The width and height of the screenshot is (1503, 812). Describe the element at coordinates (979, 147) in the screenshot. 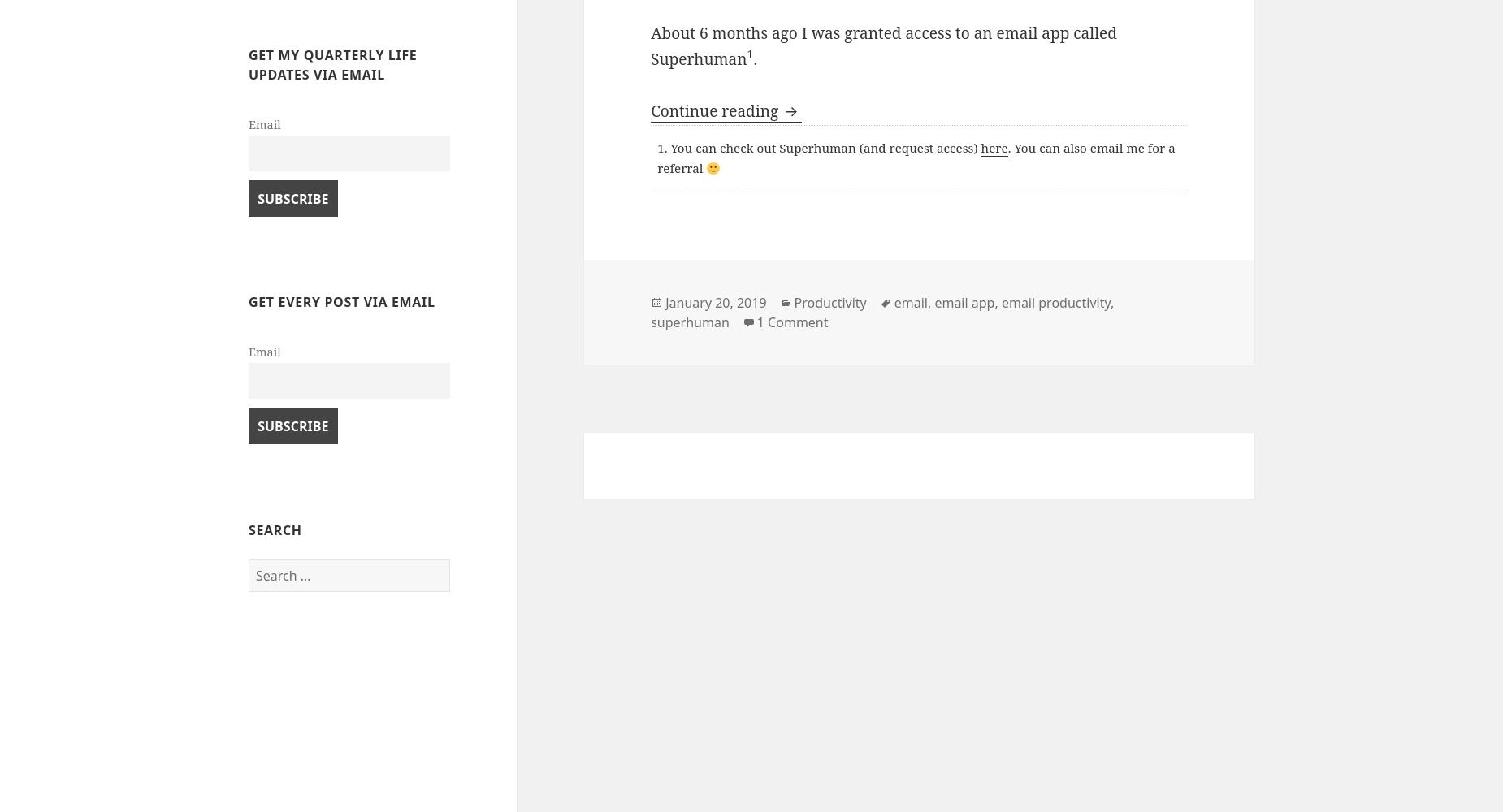

I see `'here'` at that location.